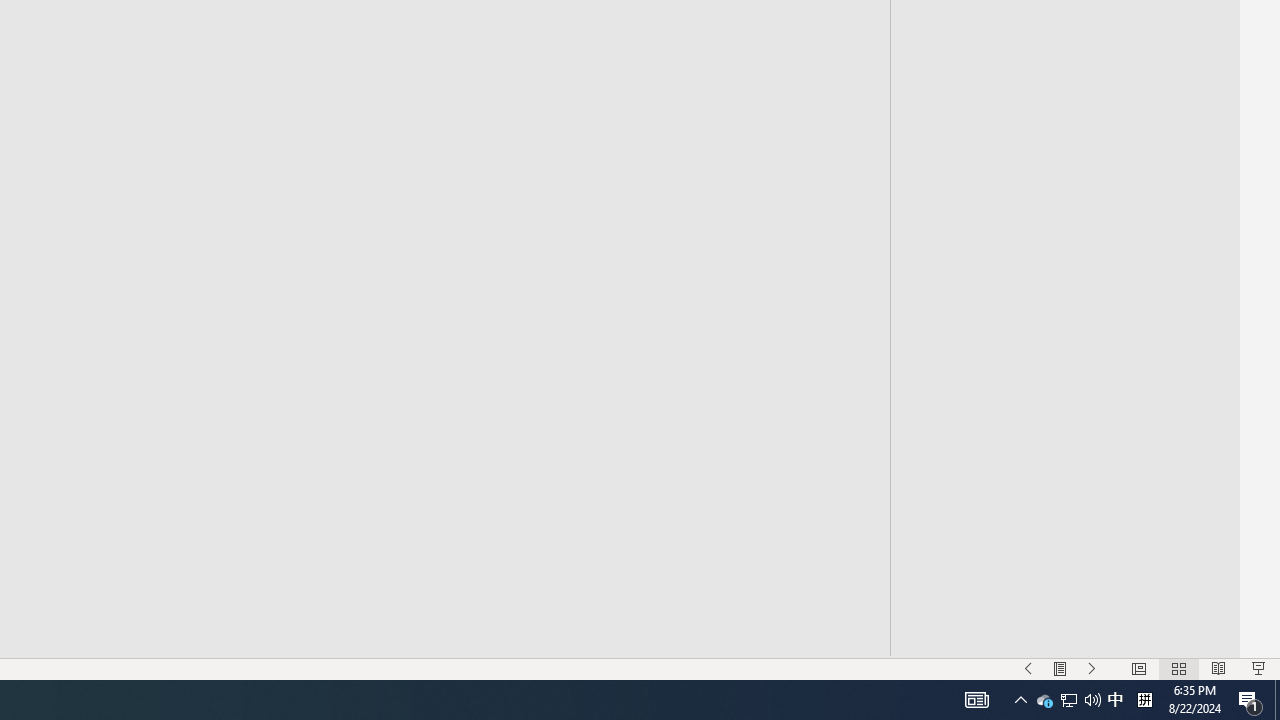  Describe the element at coordinates (1059, 669) in the screenshot. I see `'Menu On'` at that location.